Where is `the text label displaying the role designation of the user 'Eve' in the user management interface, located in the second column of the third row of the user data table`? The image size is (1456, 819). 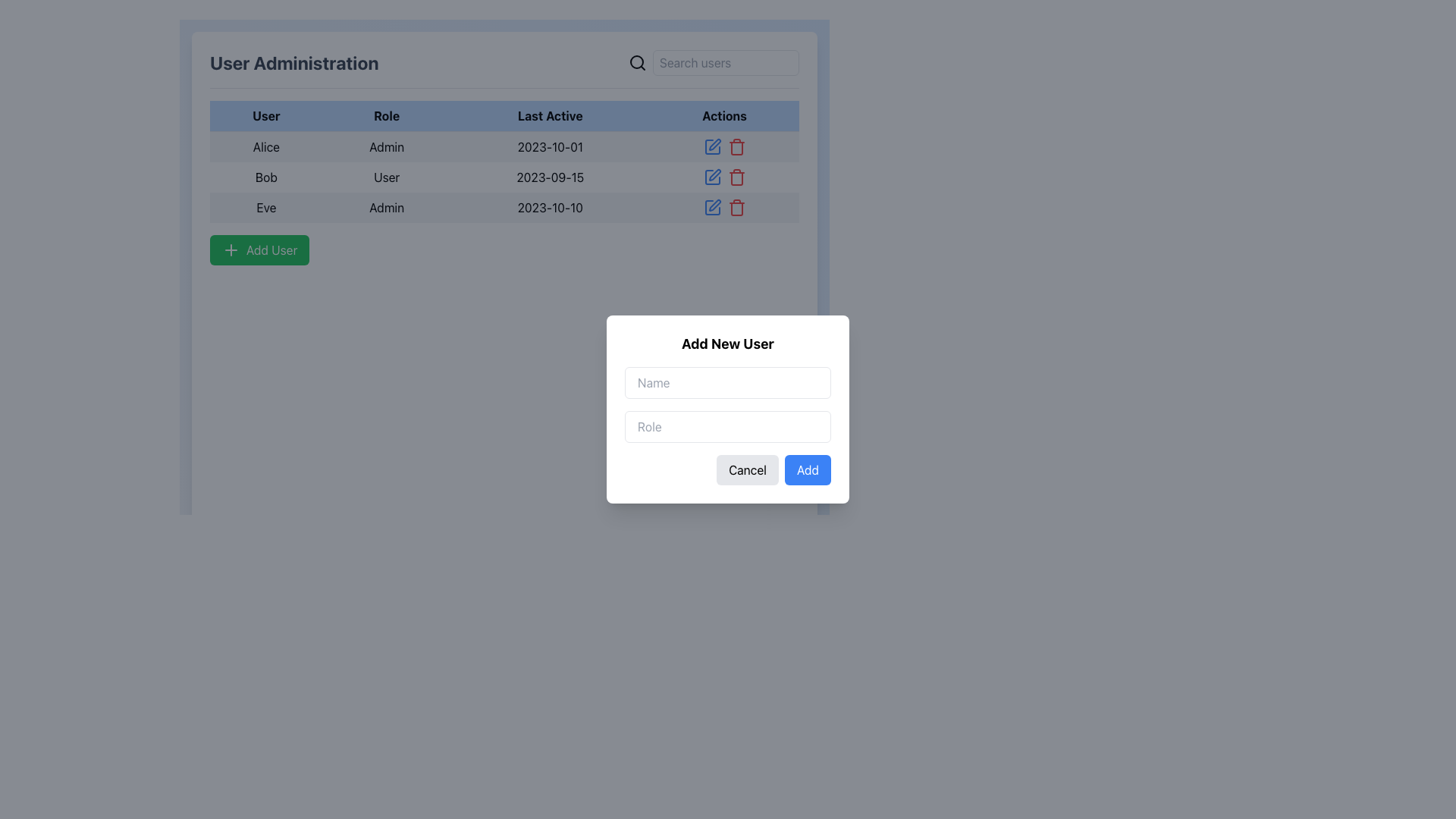 the text label displaying the role designation of the user 'Eve' in the user management interface, located in the second column of the third row of the user data table is located at coordinates (387, 207).